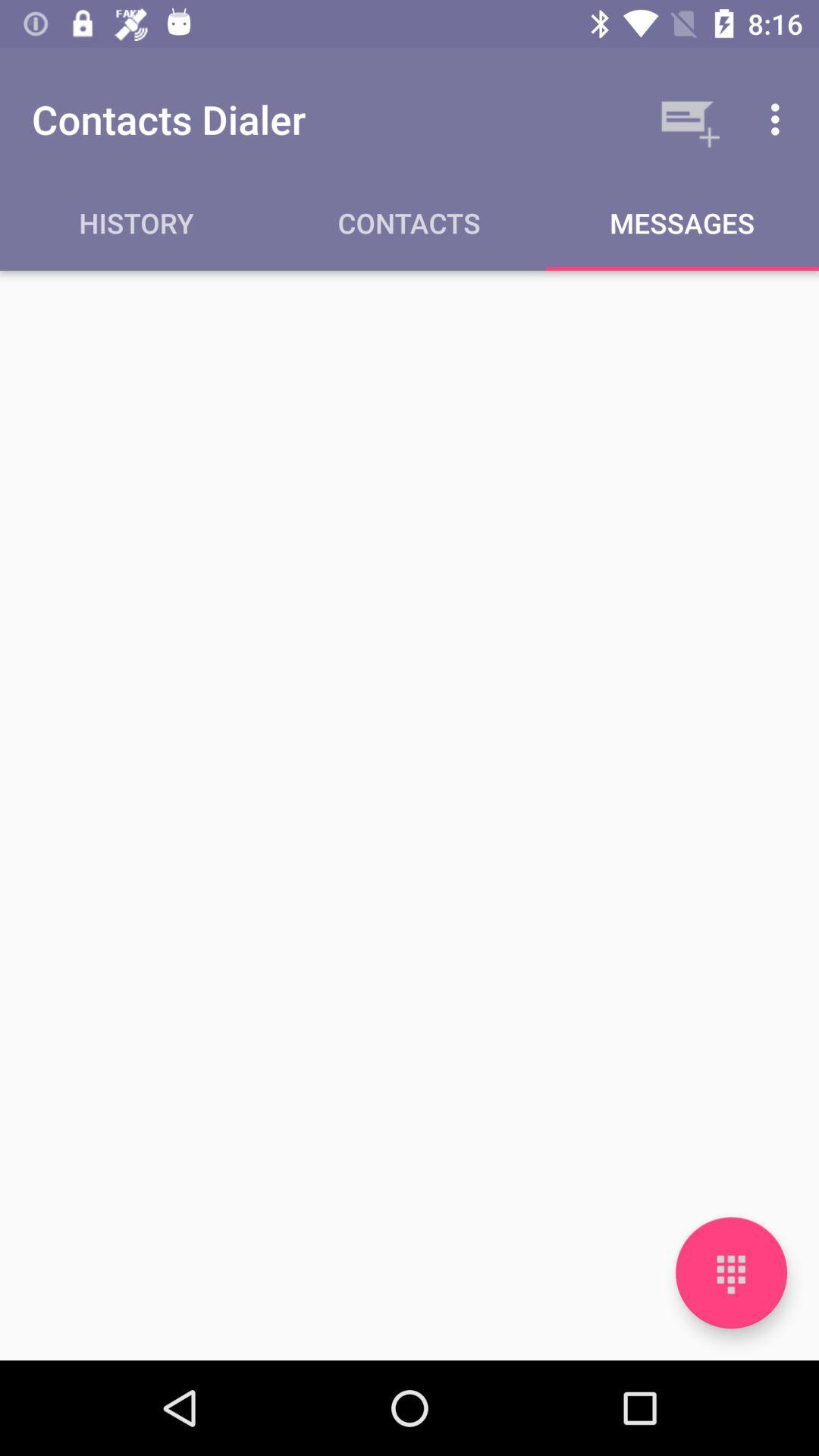 Image resolution: width=819 pixels, height=1456 pixels. What do you see at coordinates (687, 118) in the screenshot?
I see `app next to the contacts dialer item` at bounding box center [687, 118].